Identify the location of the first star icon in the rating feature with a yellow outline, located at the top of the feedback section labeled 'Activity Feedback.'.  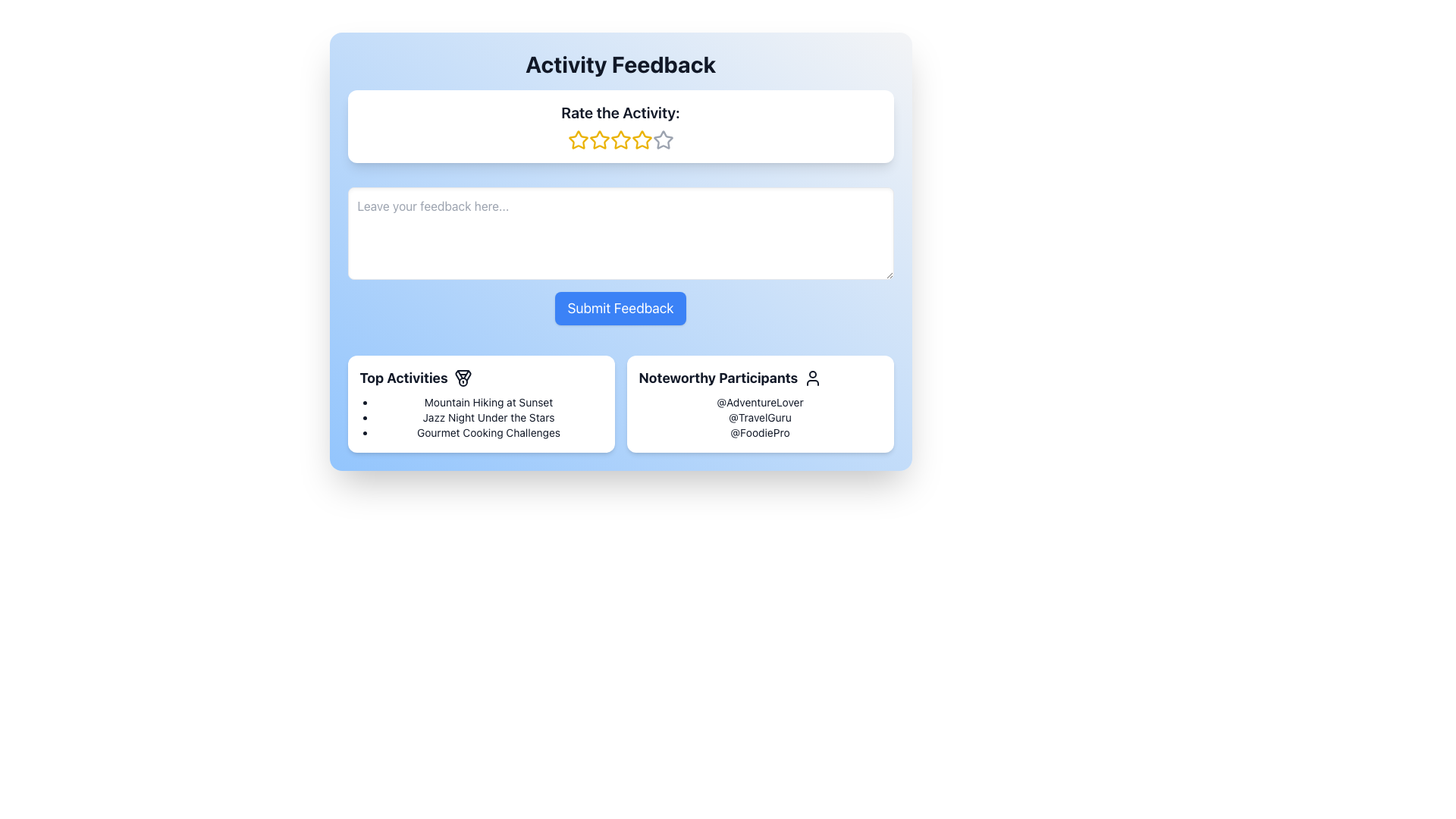
(577, 140).